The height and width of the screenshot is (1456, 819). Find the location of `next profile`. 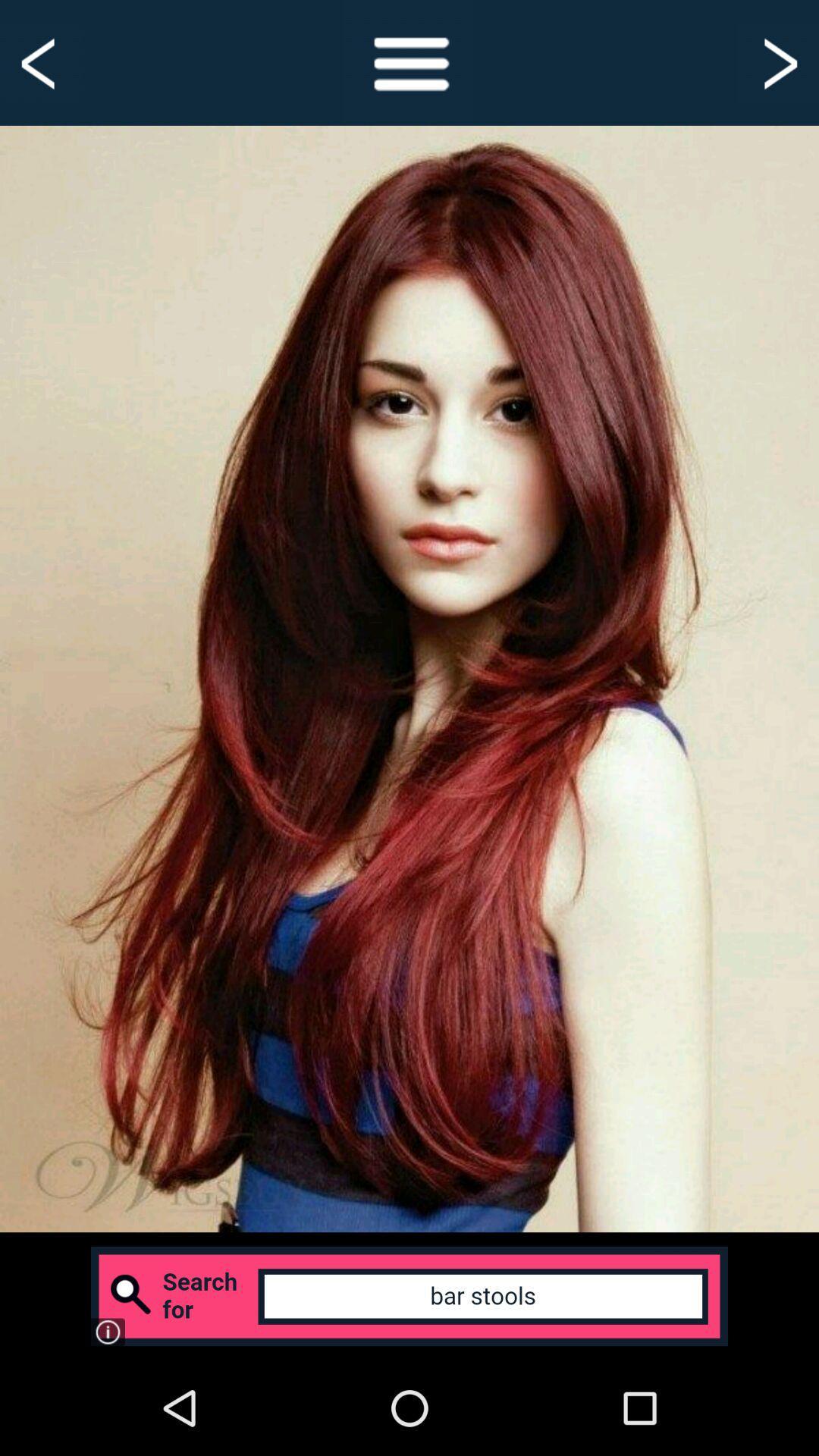

next profile is located at coordinates (778, 61).